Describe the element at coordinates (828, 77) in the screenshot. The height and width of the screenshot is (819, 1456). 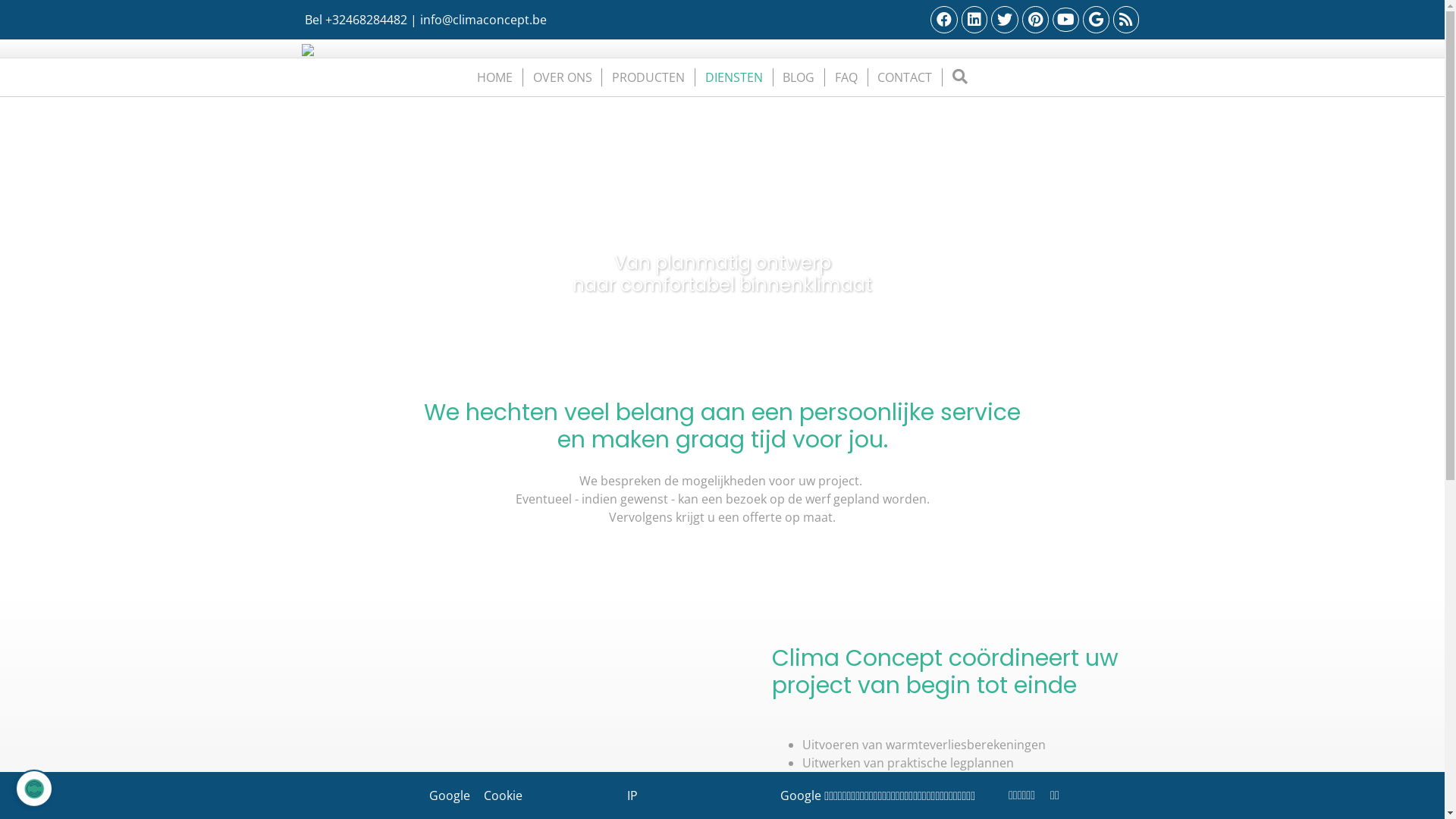
I see `'FAQ'` at that location.